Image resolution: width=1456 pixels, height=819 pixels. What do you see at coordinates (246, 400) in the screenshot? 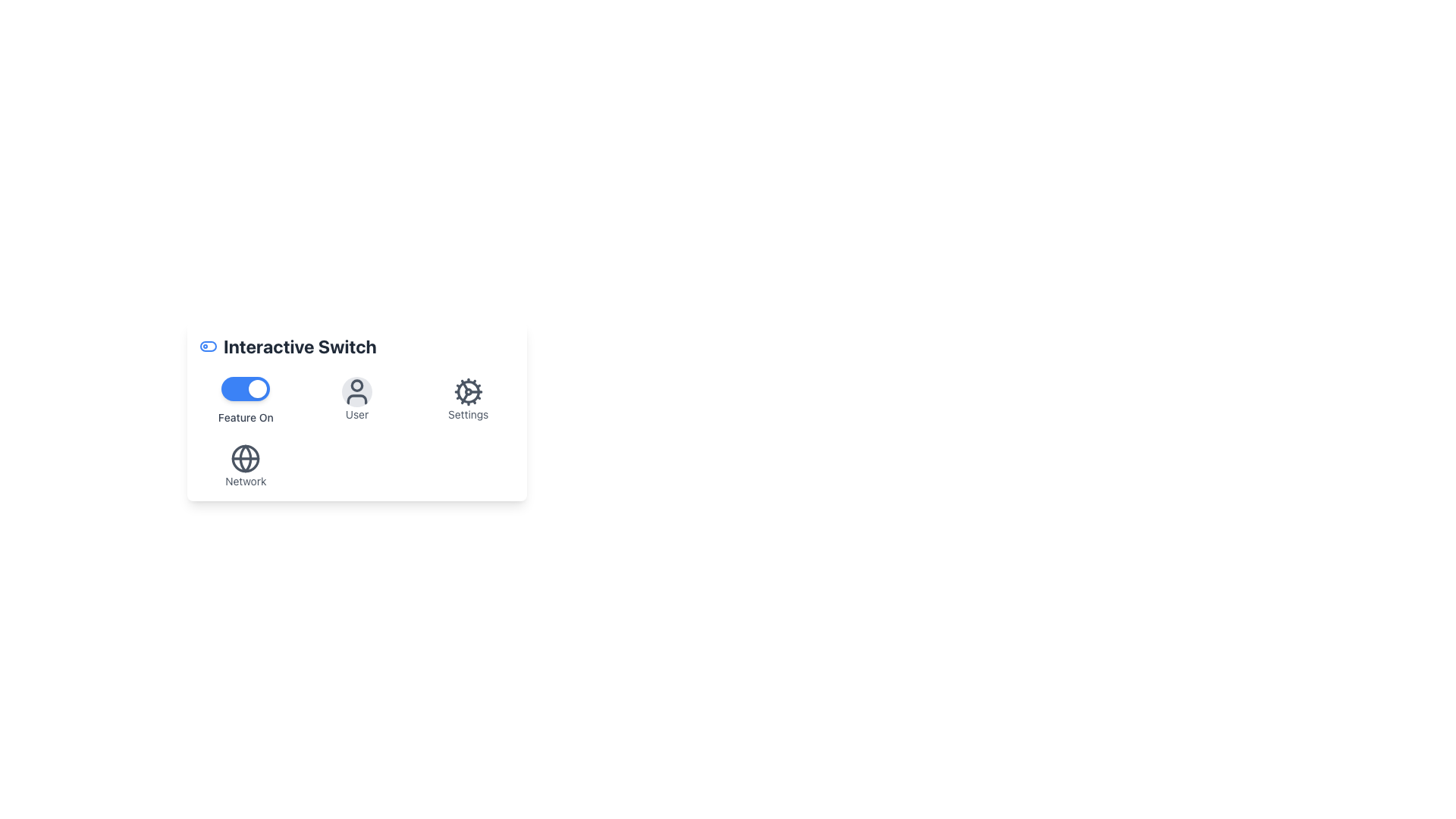
I see `the toggle switch located at the top-left of the grid layout to switch its state between 'On' and 'Off'` at bounding box center [246, 400].